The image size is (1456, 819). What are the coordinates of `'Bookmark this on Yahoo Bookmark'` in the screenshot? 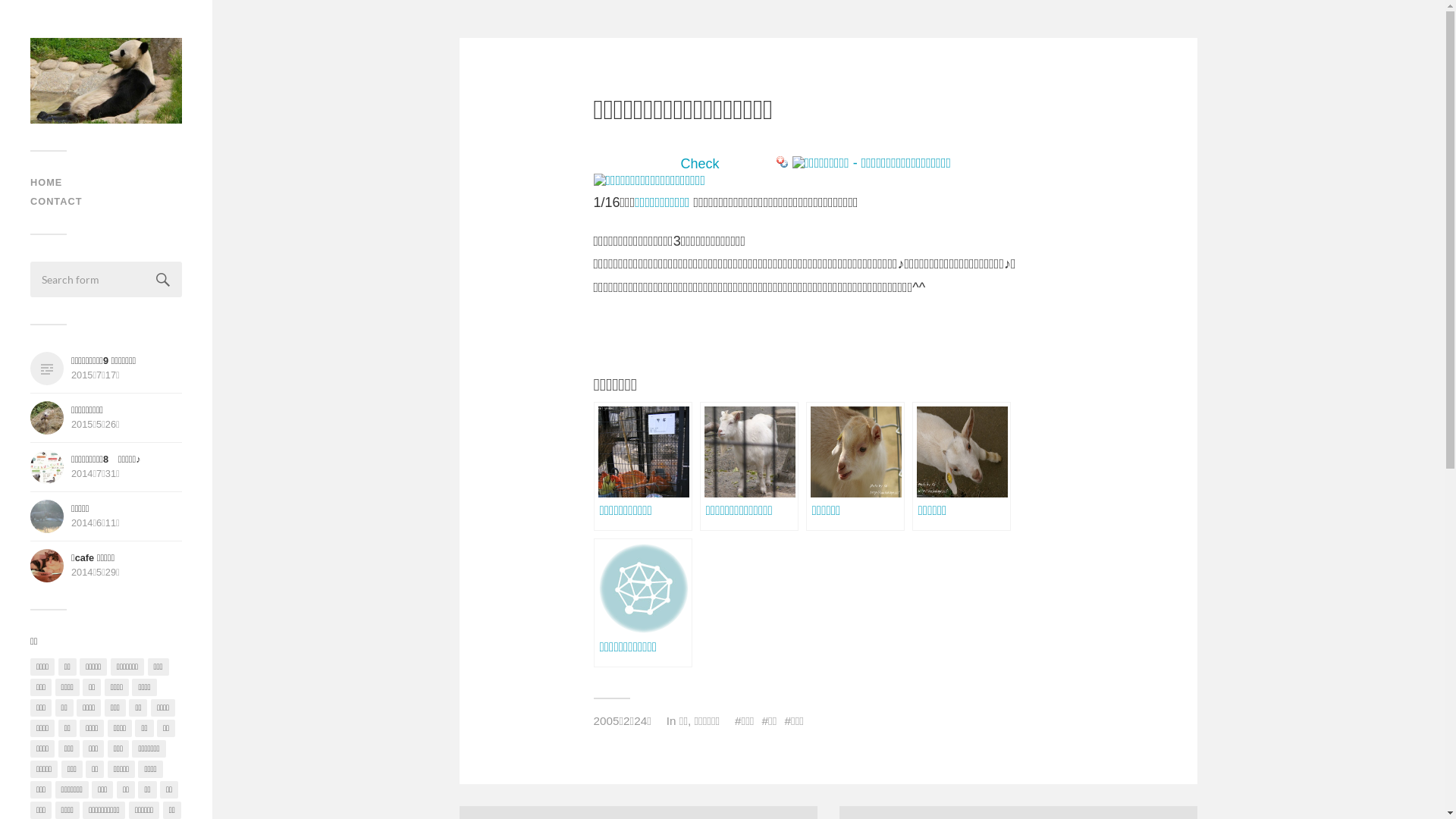 It's located at (783, 162).